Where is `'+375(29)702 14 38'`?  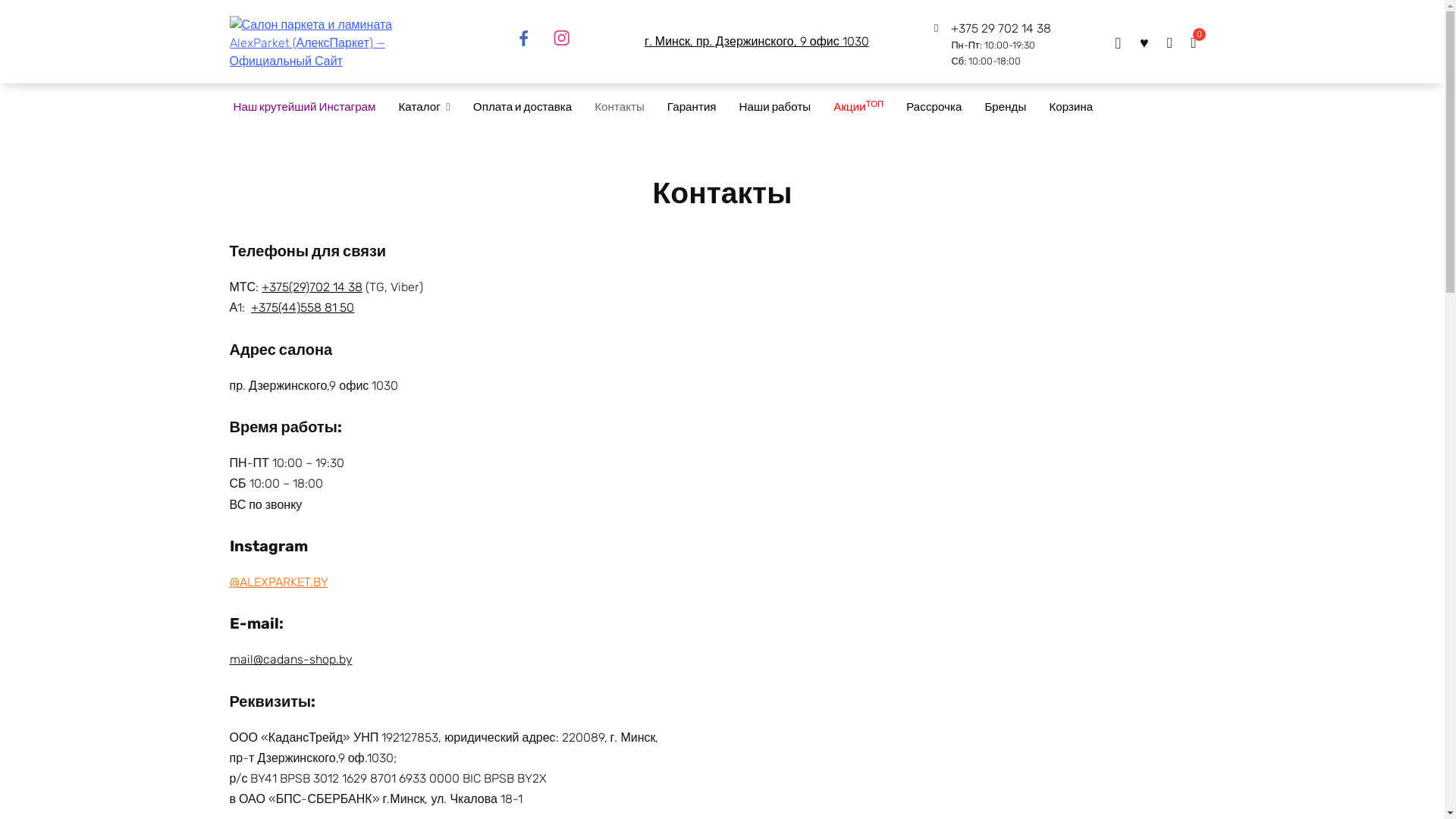 '+375(29)702 14 38' is located at coordinates (262, 287).